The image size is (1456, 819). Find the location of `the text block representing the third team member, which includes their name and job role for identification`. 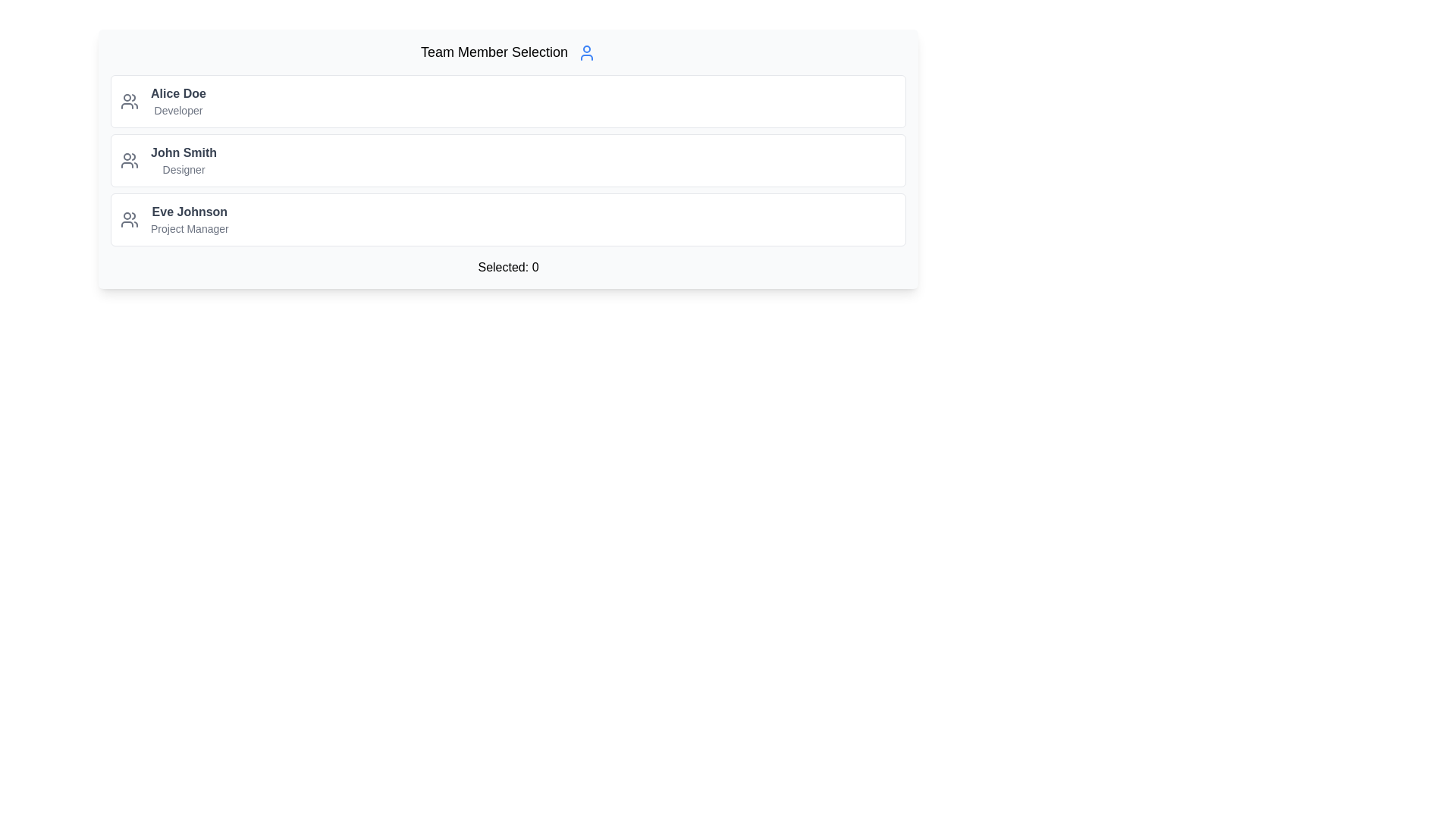

the text block representing the third team member, which includes their name and job role for identification is located at coordinates (189, 219).